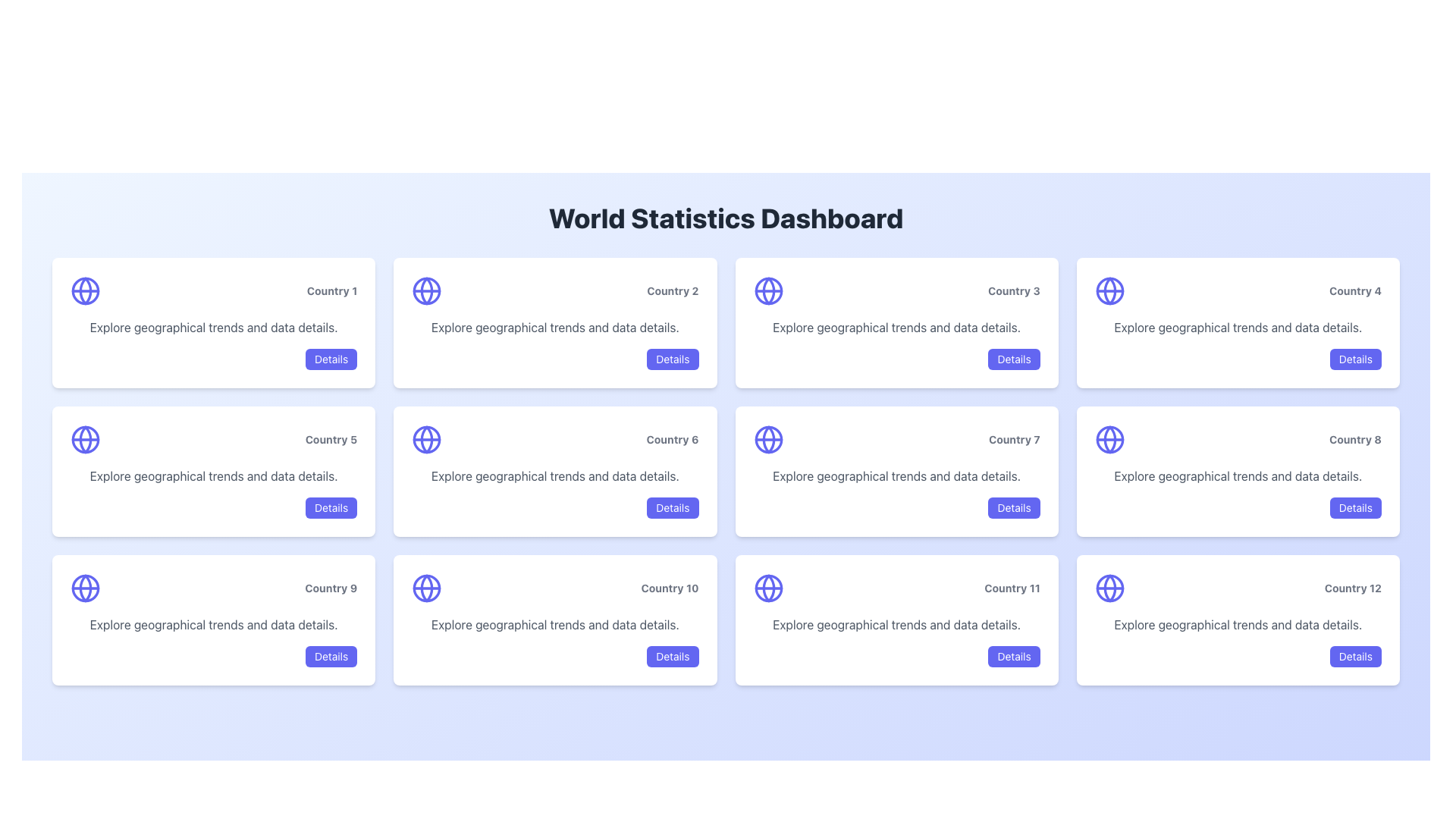 The image size is (1456, 819). What do you see at coordinates (426, 291) in the screenshot?
I see `the circular icon within the globe icon associated with the 'Country 2' card, which is centrally positioned in the globe graphic` at bounding box center [426, 291].